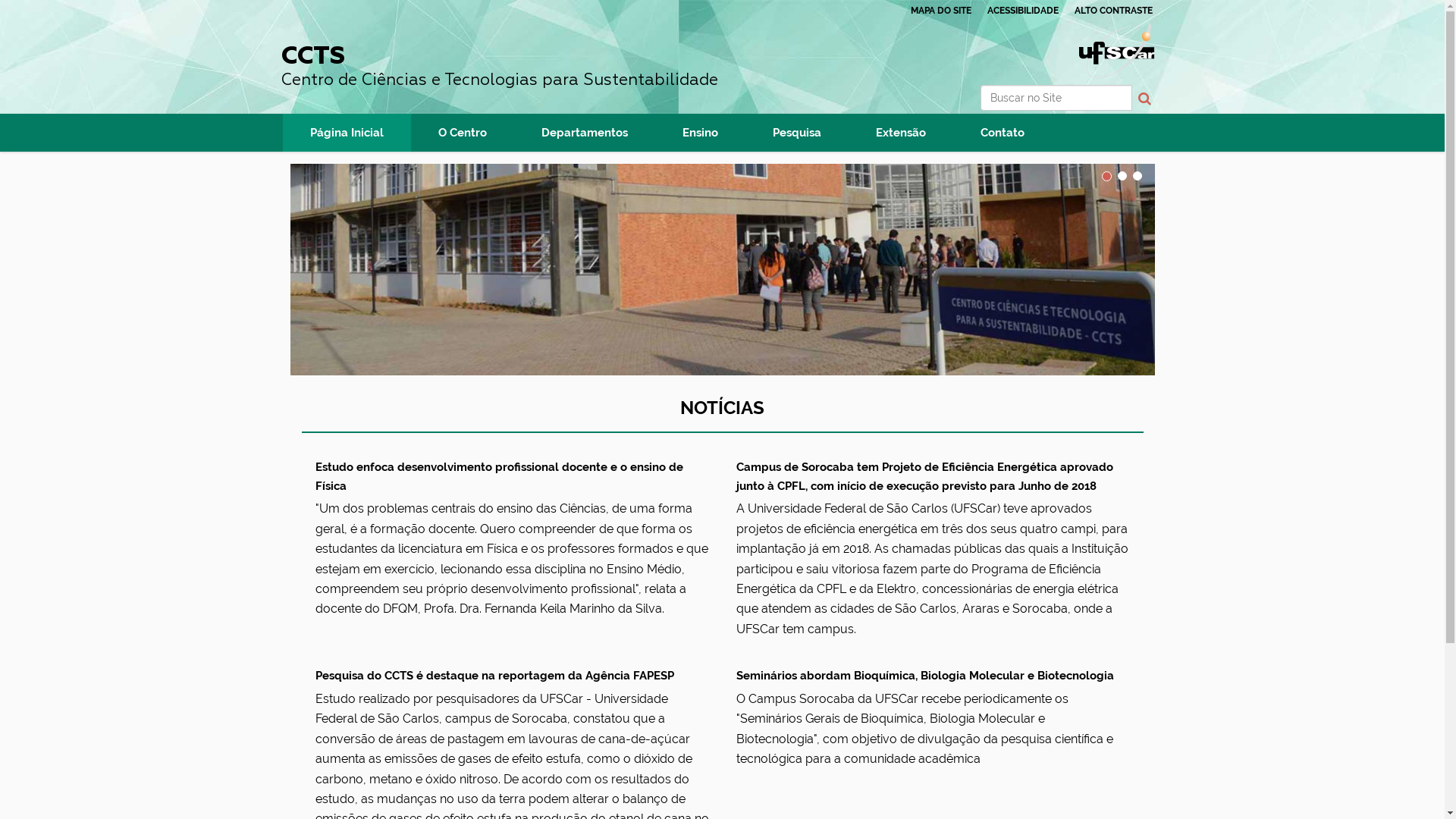  Describe the element at coordinates (461, 131) in the screenshot. I see `'O Centro'` at that location.